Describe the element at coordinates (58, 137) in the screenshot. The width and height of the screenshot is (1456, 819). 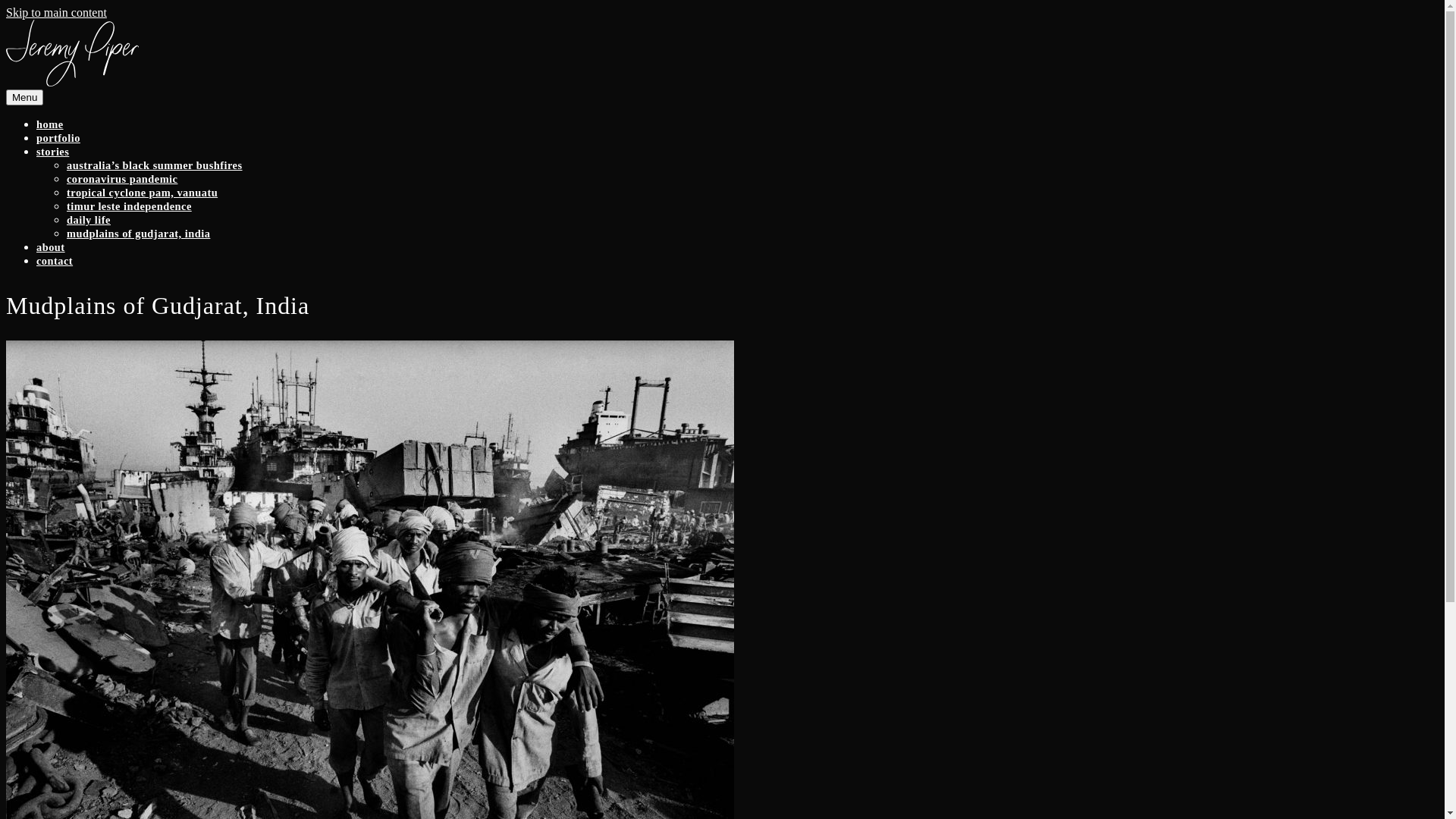
I see `'portfolio'` at that location.